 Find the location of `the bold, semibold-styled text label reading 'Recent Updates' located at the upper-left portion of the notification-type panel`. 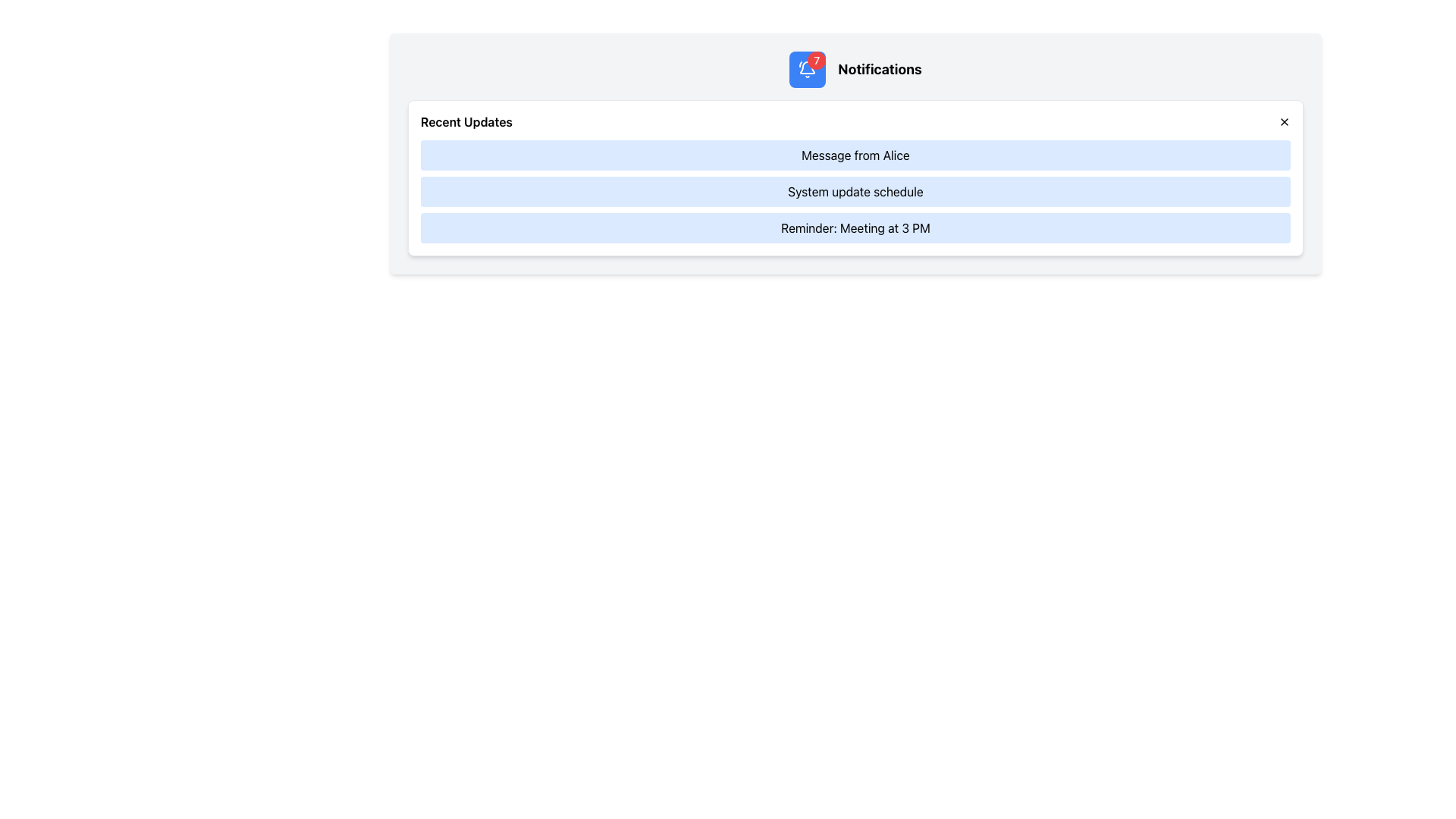

the bold, semibold-styled text label reading 'Recent Updates' located at the upper-left portion of the notification-type panel is located at coordinates (466, 121).